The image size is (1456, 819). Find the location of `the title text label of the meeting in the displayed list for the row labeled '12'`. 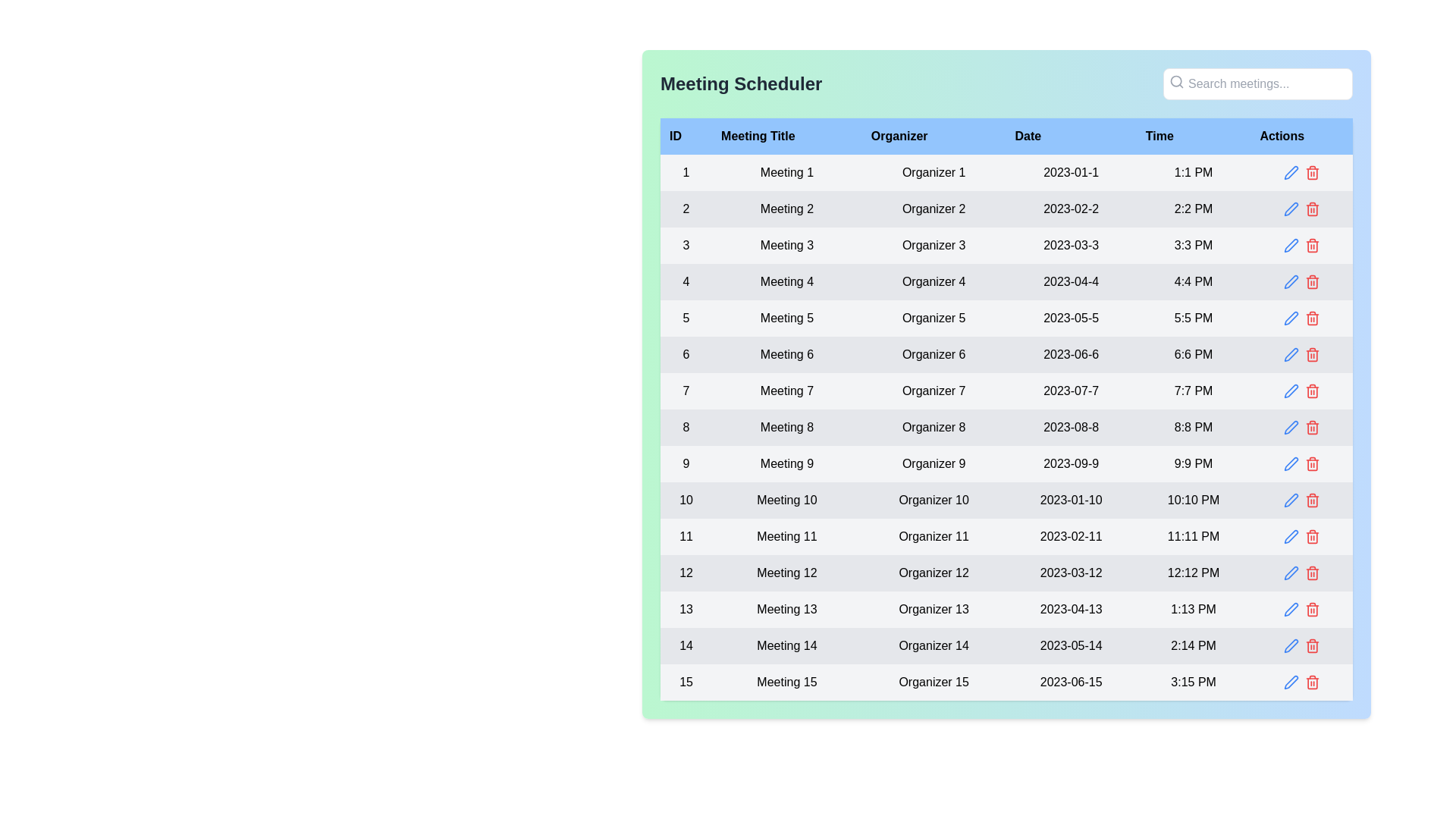

the title text label of the meeting in the displayed list for the row labeled '12' is located at coordinates (786, 573).